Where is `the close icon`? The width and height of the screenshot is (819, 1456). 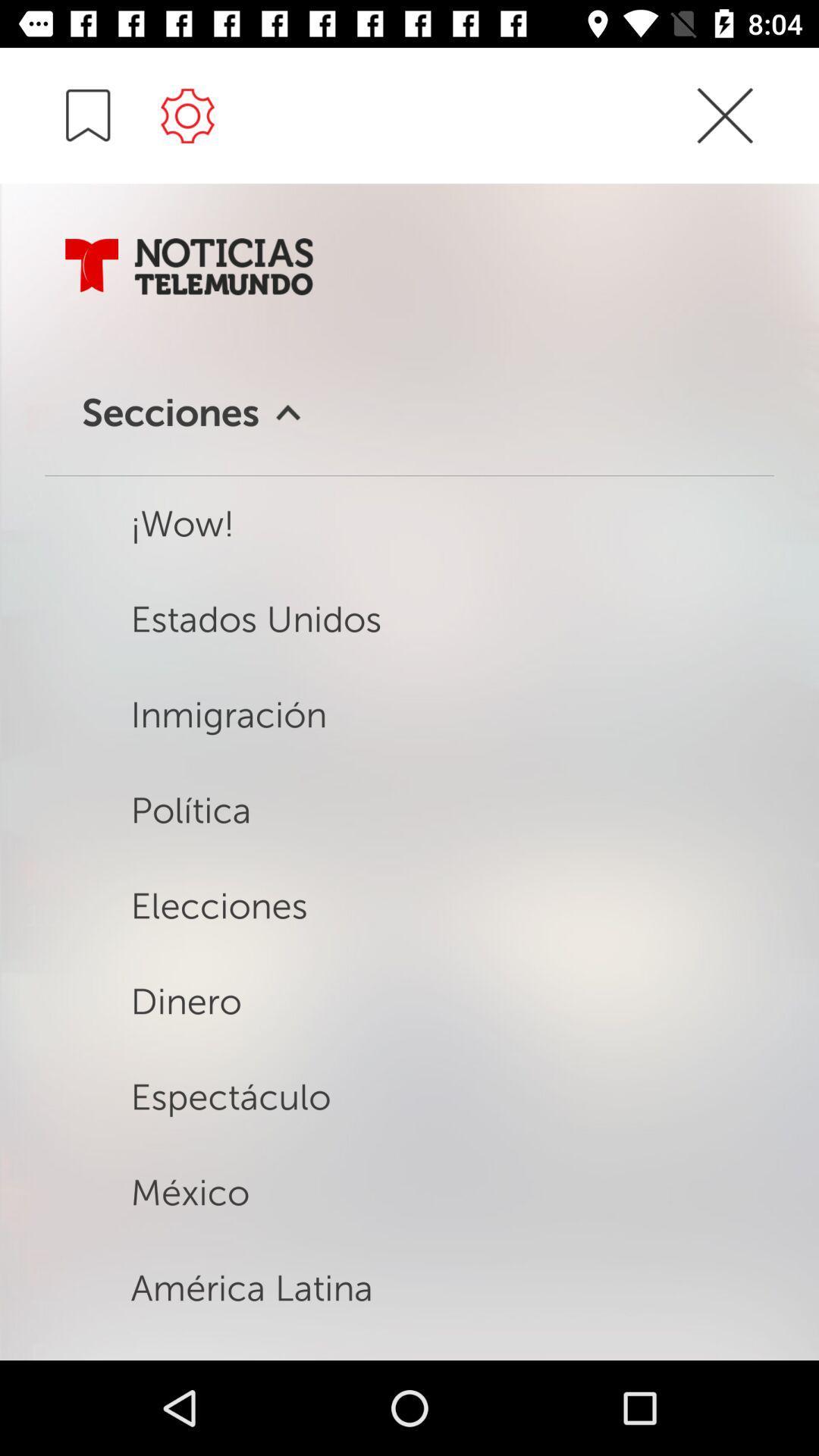
the close icon is located at coordinates (724, 143).